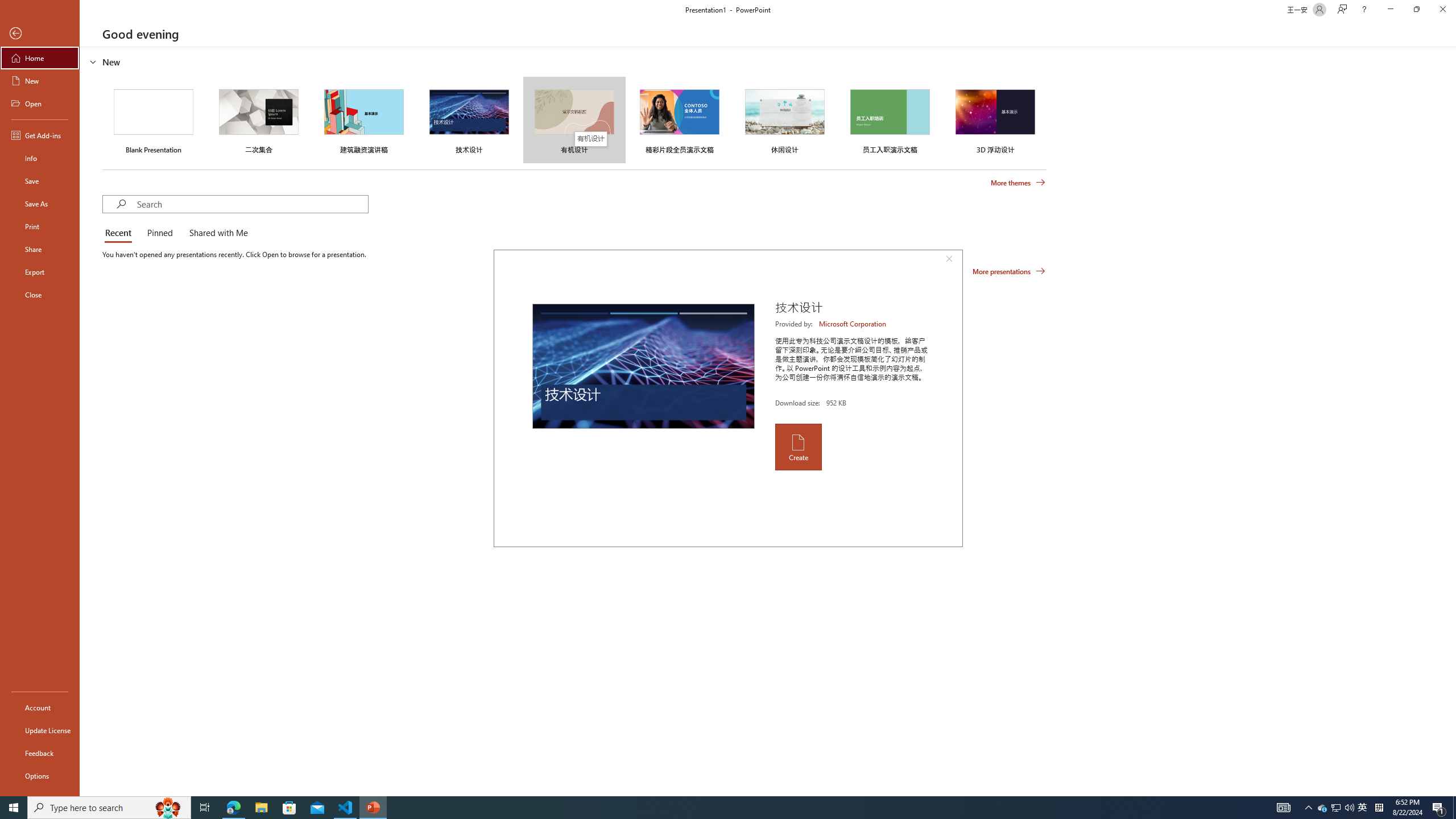  I want to click on 'New', so click(39, 80).